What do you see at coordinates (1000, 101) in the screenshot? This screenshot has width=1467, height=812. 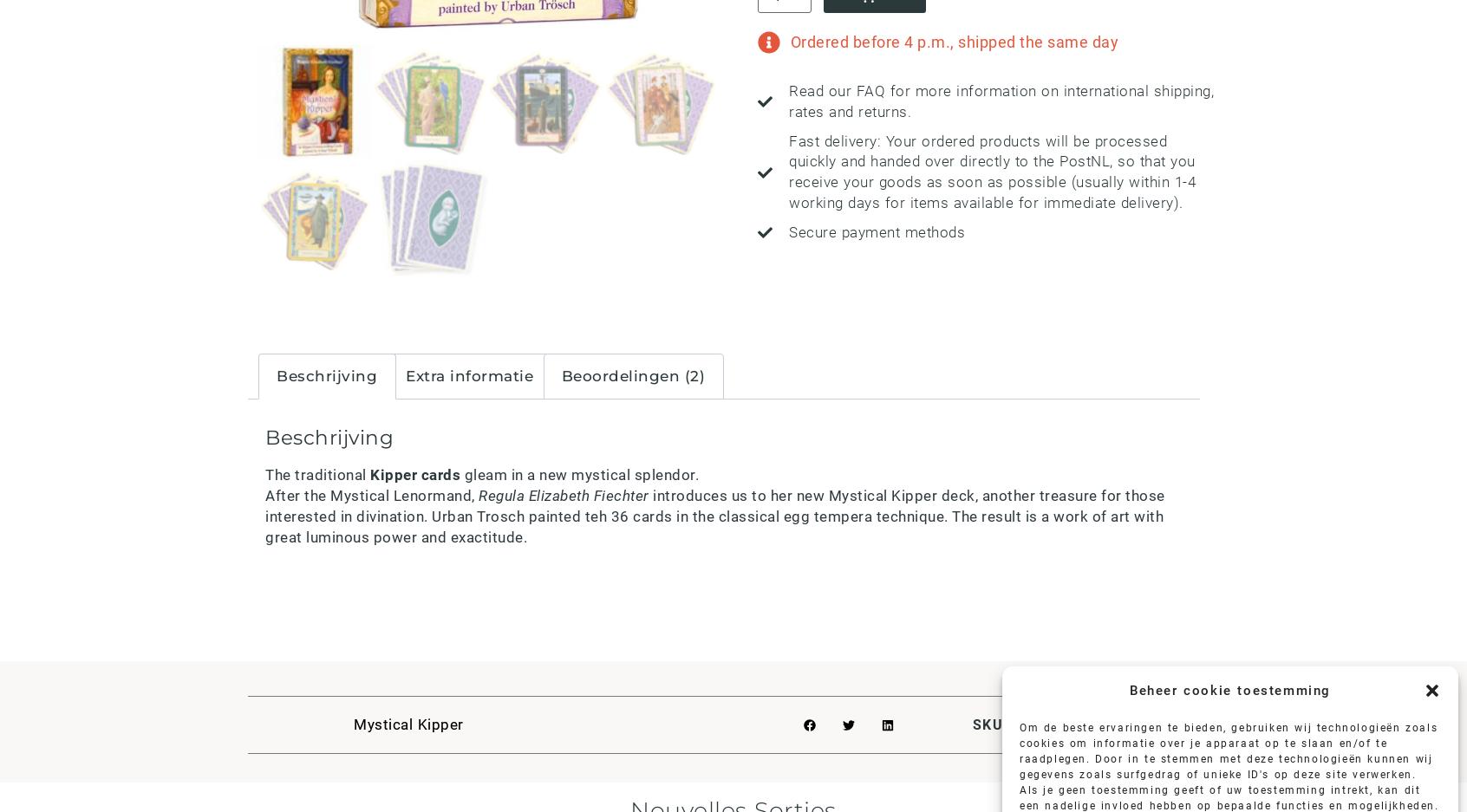 I see `'Read our FAQ for more information on international shipping, rates and returns.'` at bounding box center [1000, 101].